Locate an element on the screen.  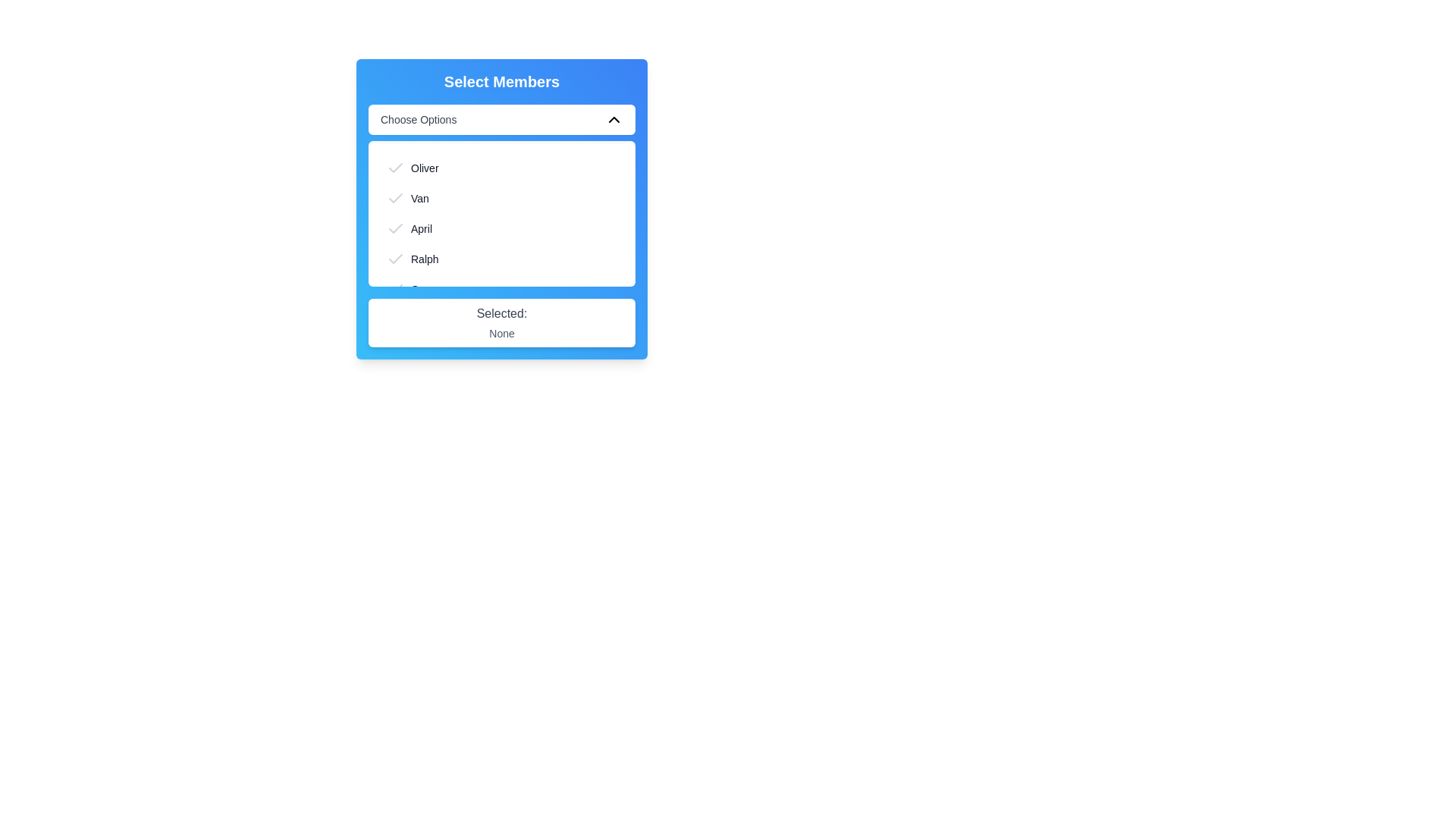
the small light gray checkmark icon located to the left of the name 'Omar' in the dropdown list of selectable members is located at coordinates (396, 289).